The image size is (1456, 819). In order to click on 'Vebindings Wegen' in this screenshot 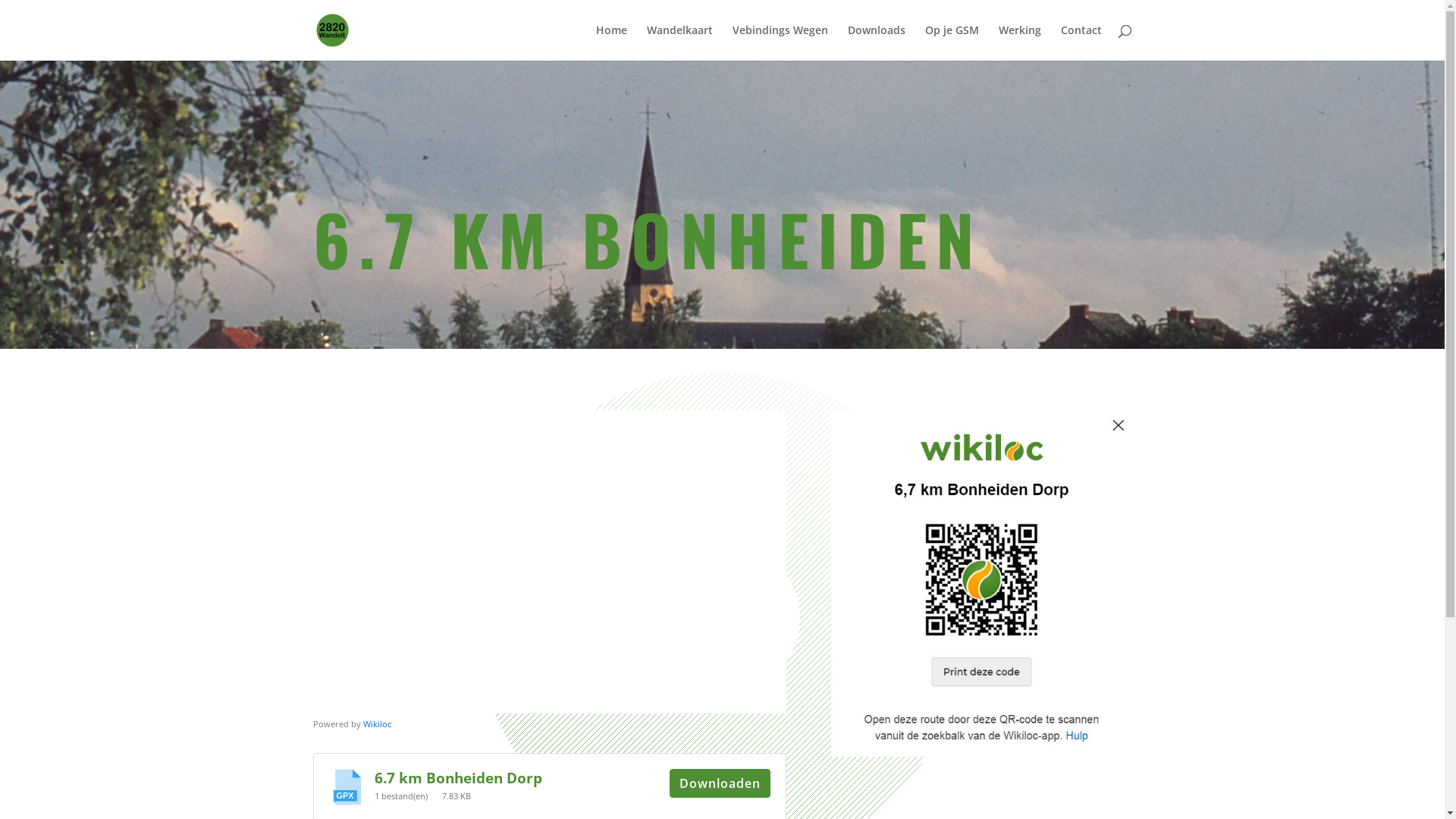, I will do `click(780, 42)`.